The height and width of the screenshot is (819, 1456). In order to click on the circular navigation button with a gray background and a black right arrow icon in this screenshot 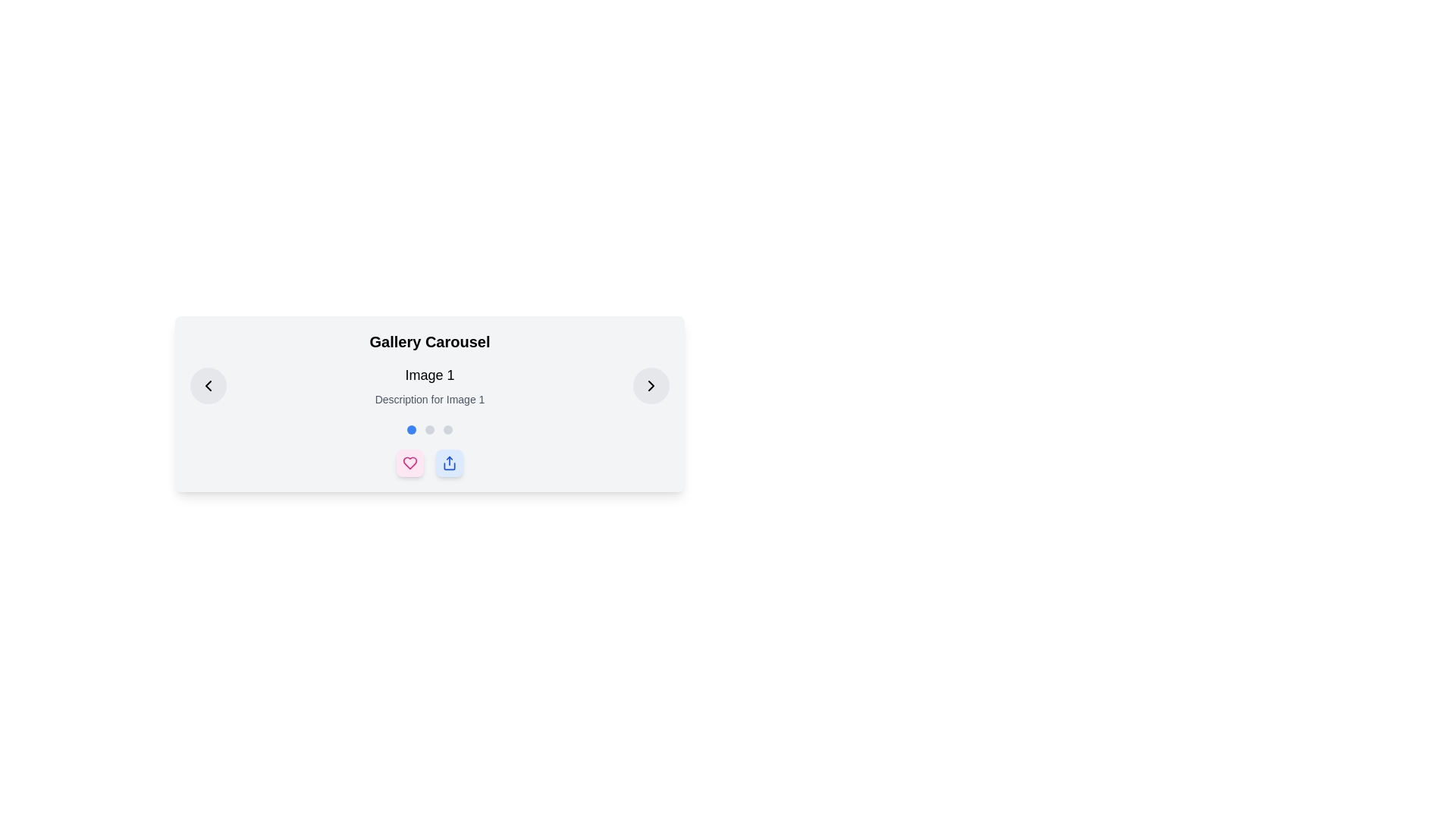, I will do `click(651, 385)`.